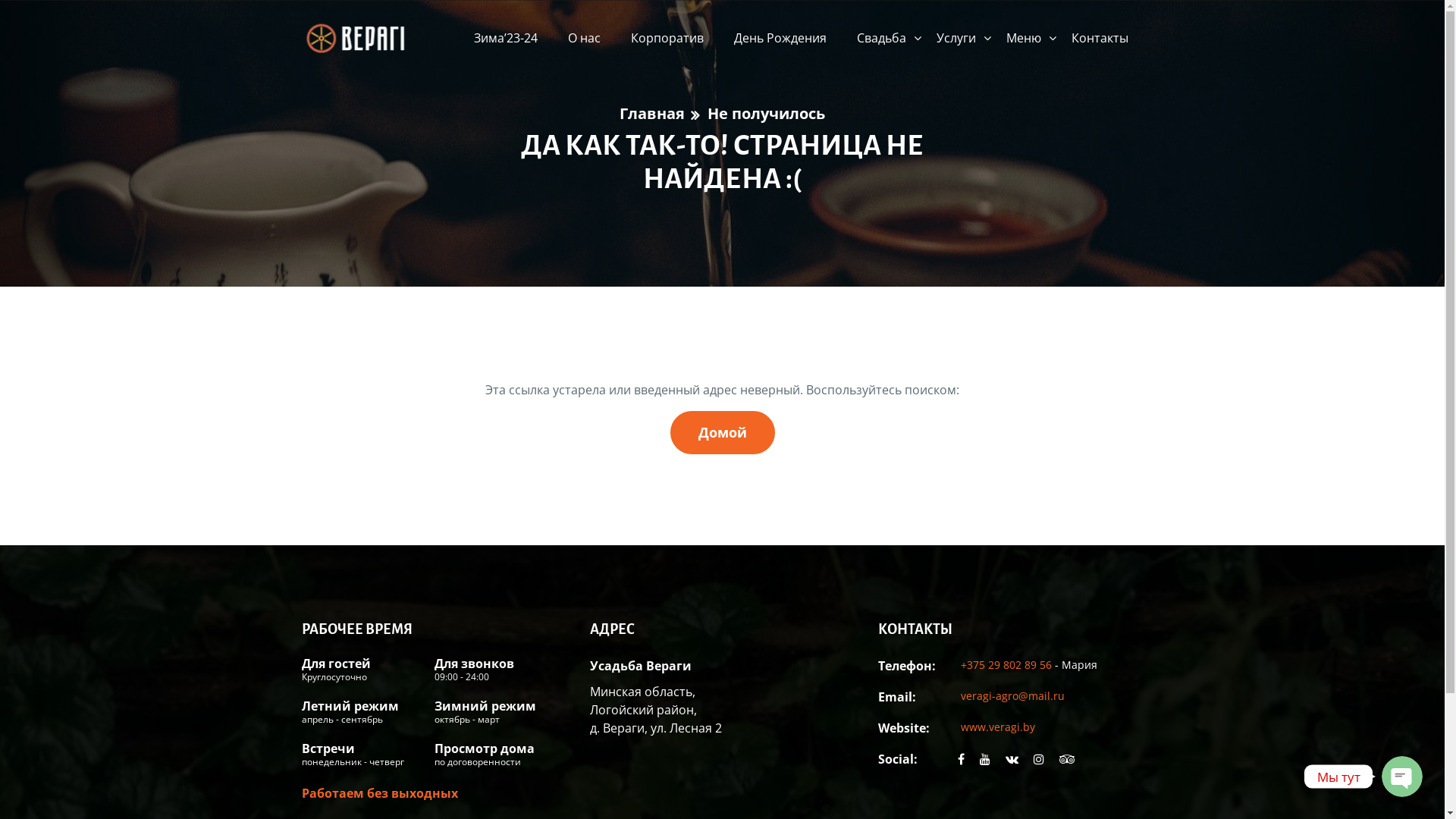 This screenshot has height=819, width=1456. What do you see at coordinates (959, 695) in the screenshot?
I see `'veragi-agro@mail.ru'` at bounding box center [959, 695].